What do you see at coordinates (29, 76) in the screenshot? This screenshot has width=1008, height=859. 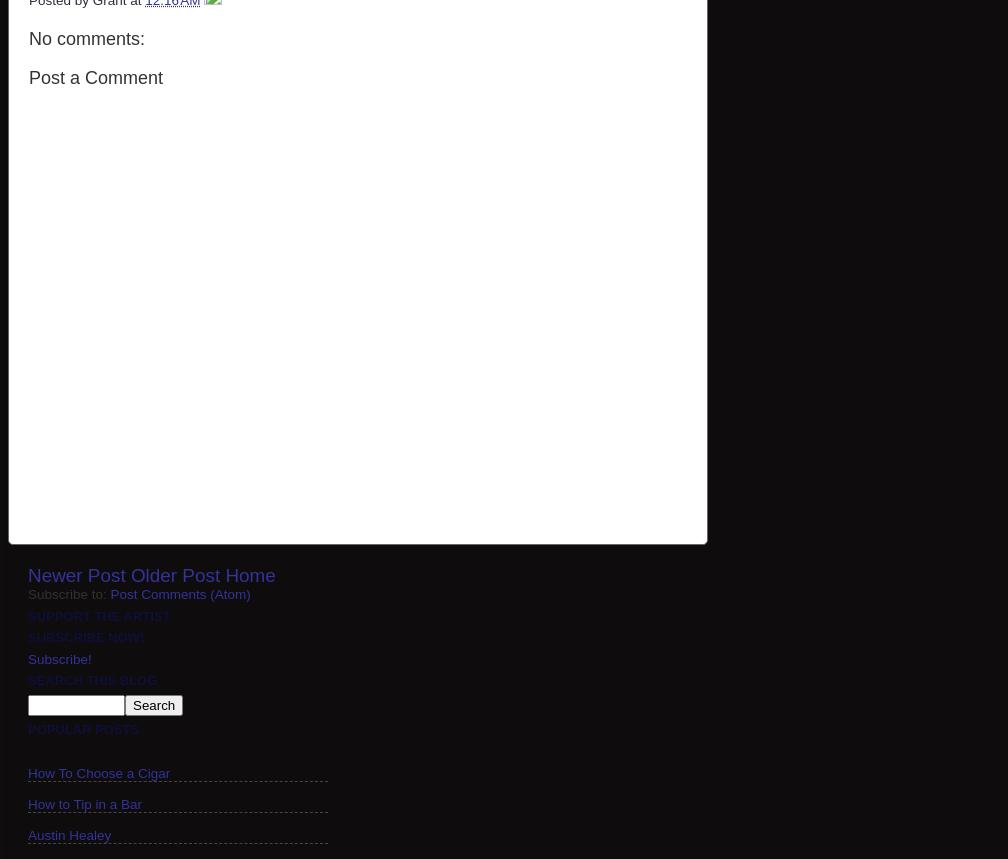 I see `'Post a Comment'` at bounding box center [29, 76].